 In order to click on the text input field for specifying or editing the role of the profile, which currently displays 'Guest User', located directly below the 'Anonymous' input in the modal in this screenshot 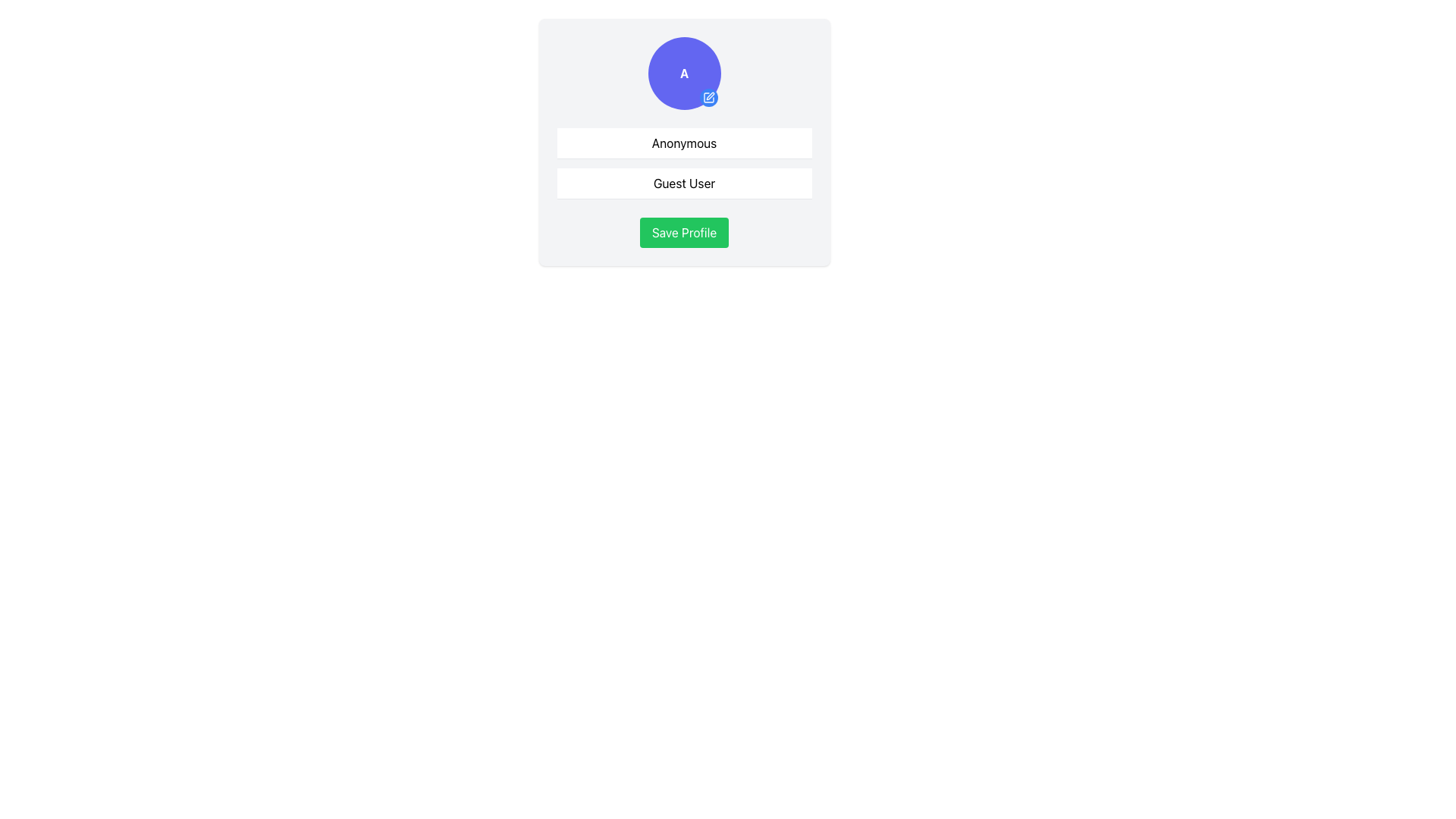, I will do `click(683, 183)`.